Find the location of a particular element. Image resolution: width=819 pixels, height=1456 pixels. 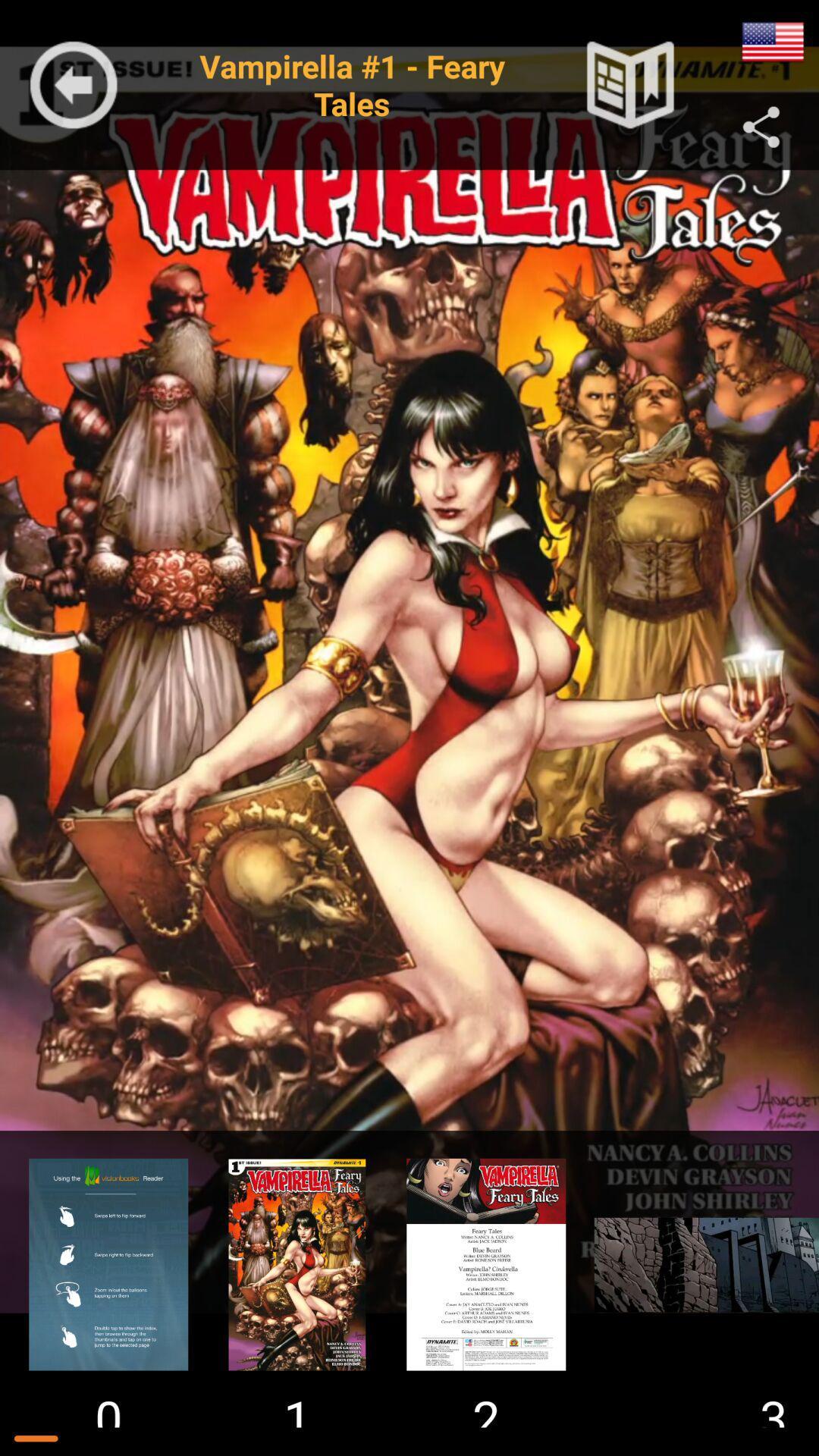

the national_flag icon is located at coordinates (773, 42).